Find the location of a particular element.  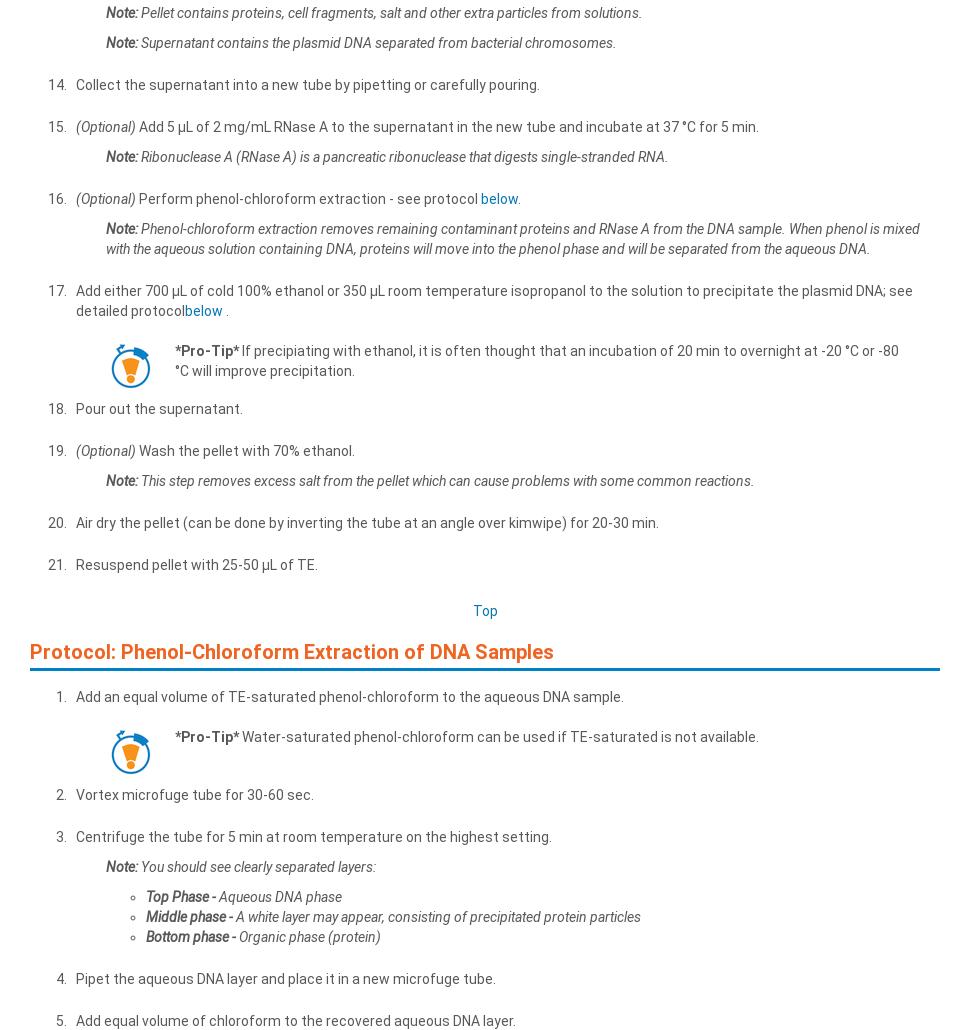

'Add 5 μL of 2 mg/mL RNase A to the supernatant in the new tube and incubate at 37 °C for 5 min.' is located at coordinates (446, 124).